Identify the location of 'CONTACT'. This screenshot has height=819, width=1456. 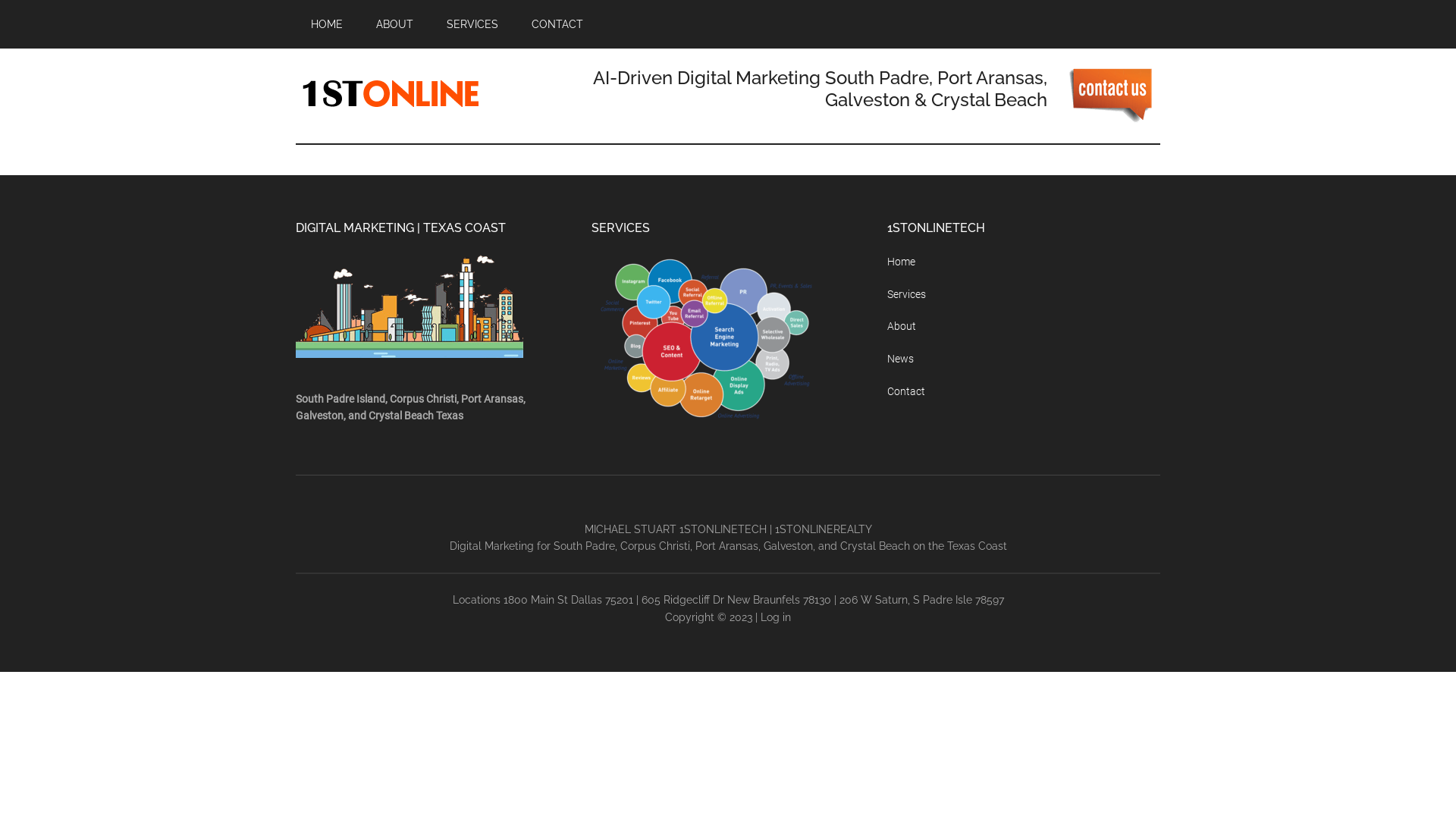
(556, 24).